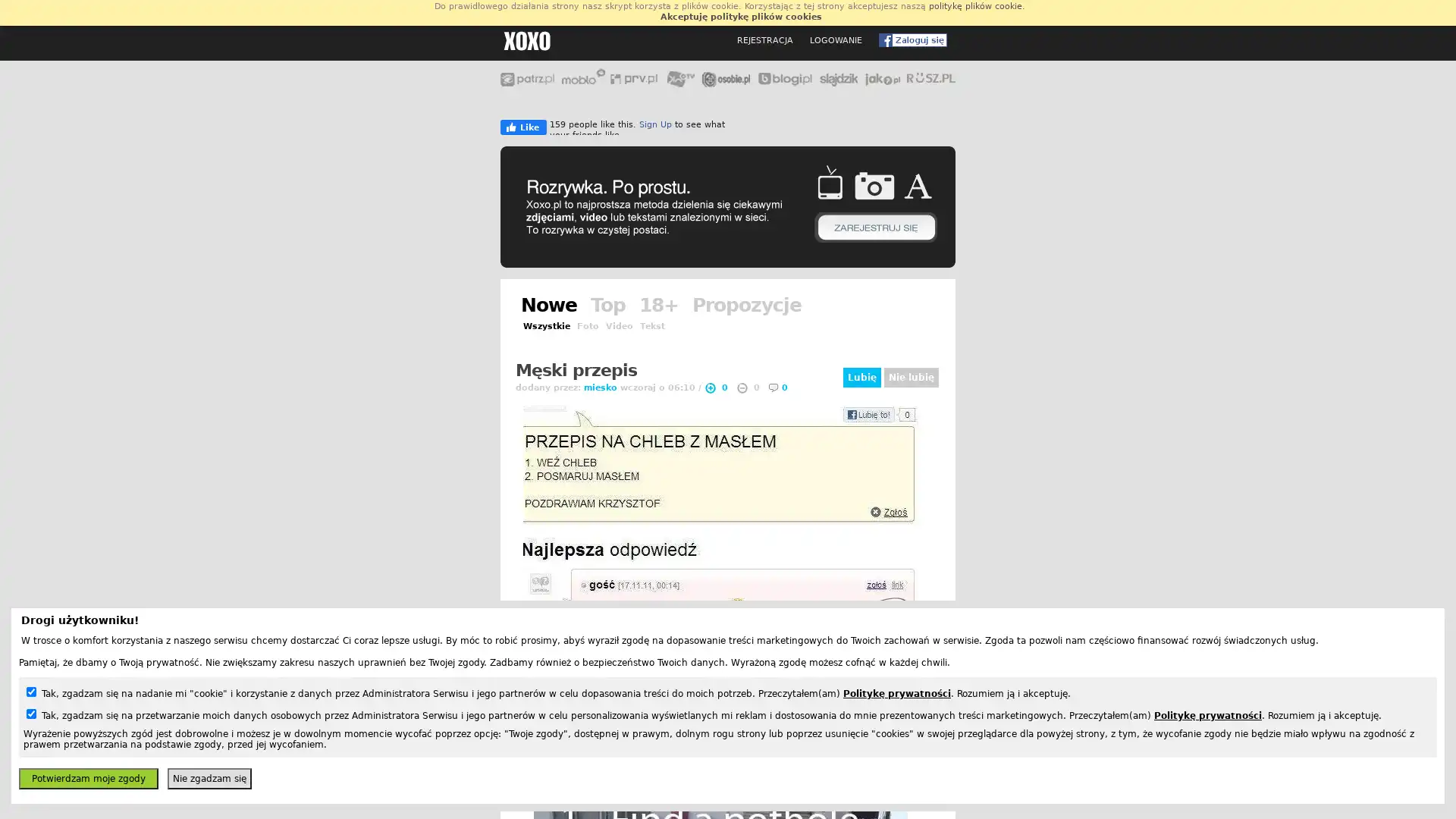 This screenshot has height=819, width=1456. I want to click on Nie zgadzam sie, so click(209, 778).